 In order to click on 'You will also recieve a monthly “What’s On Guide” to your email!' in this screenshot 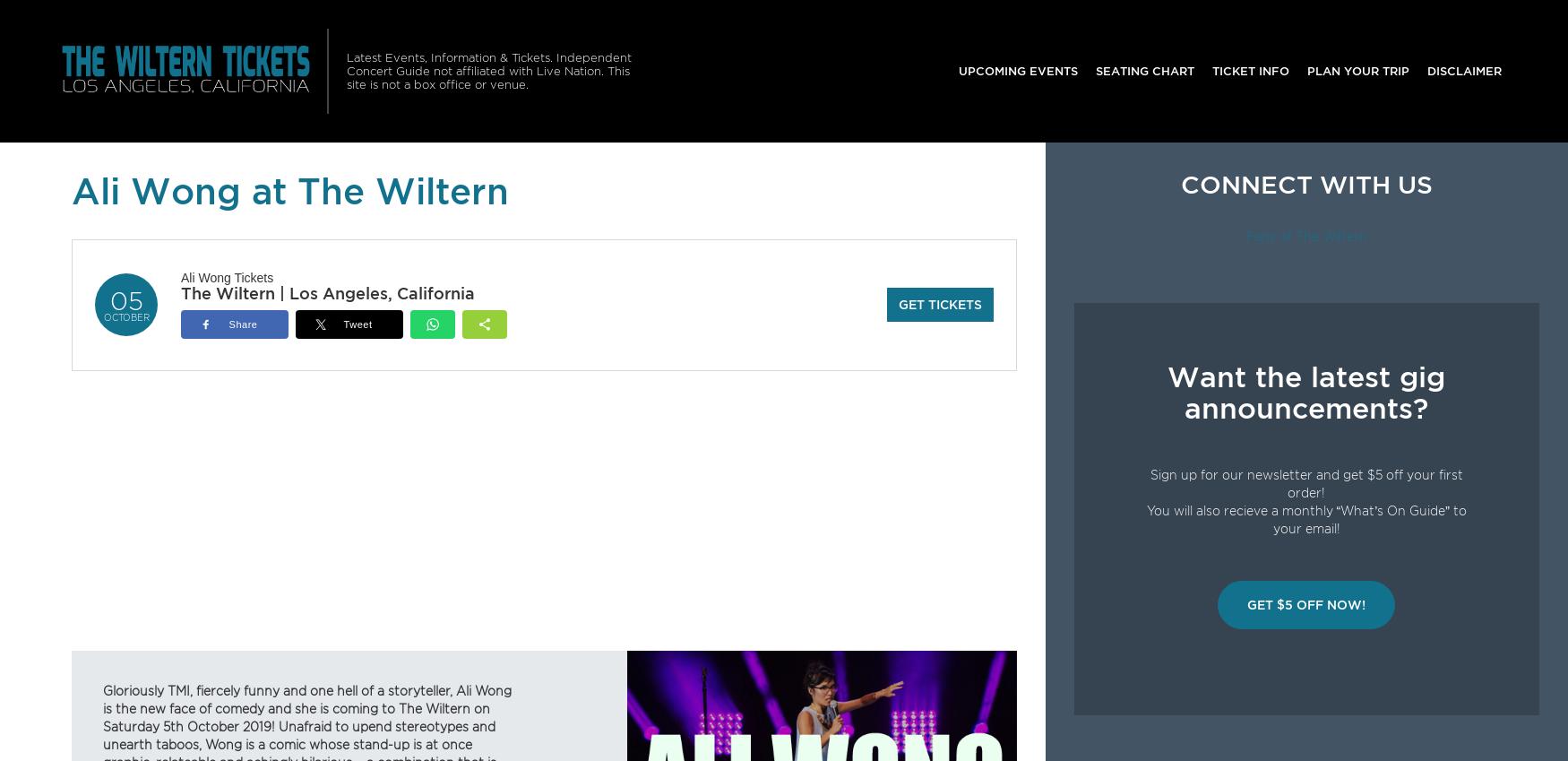, I will do `click(1305, 519)`.